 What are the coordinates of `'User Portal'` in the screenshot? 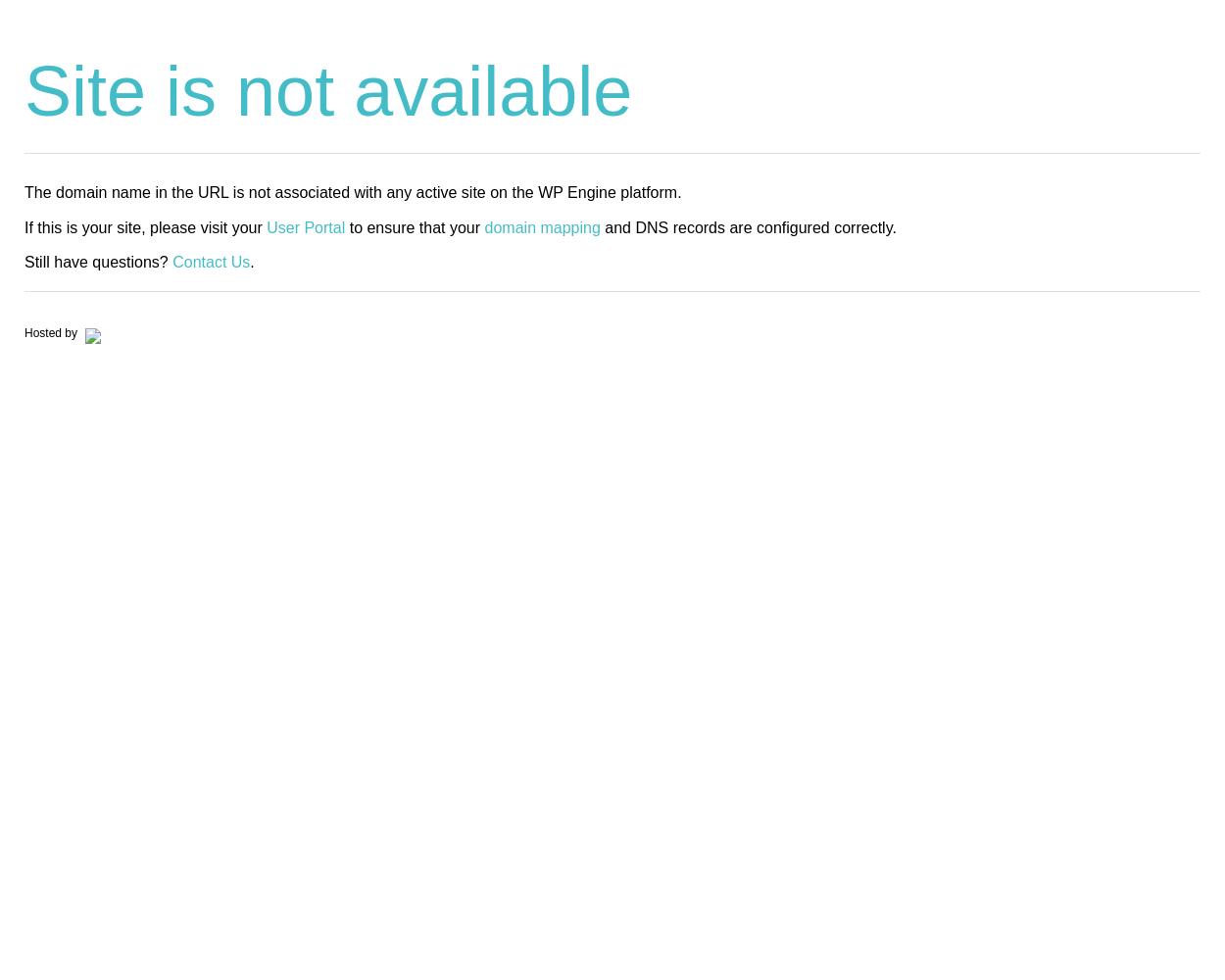 It's located at (306, 225).